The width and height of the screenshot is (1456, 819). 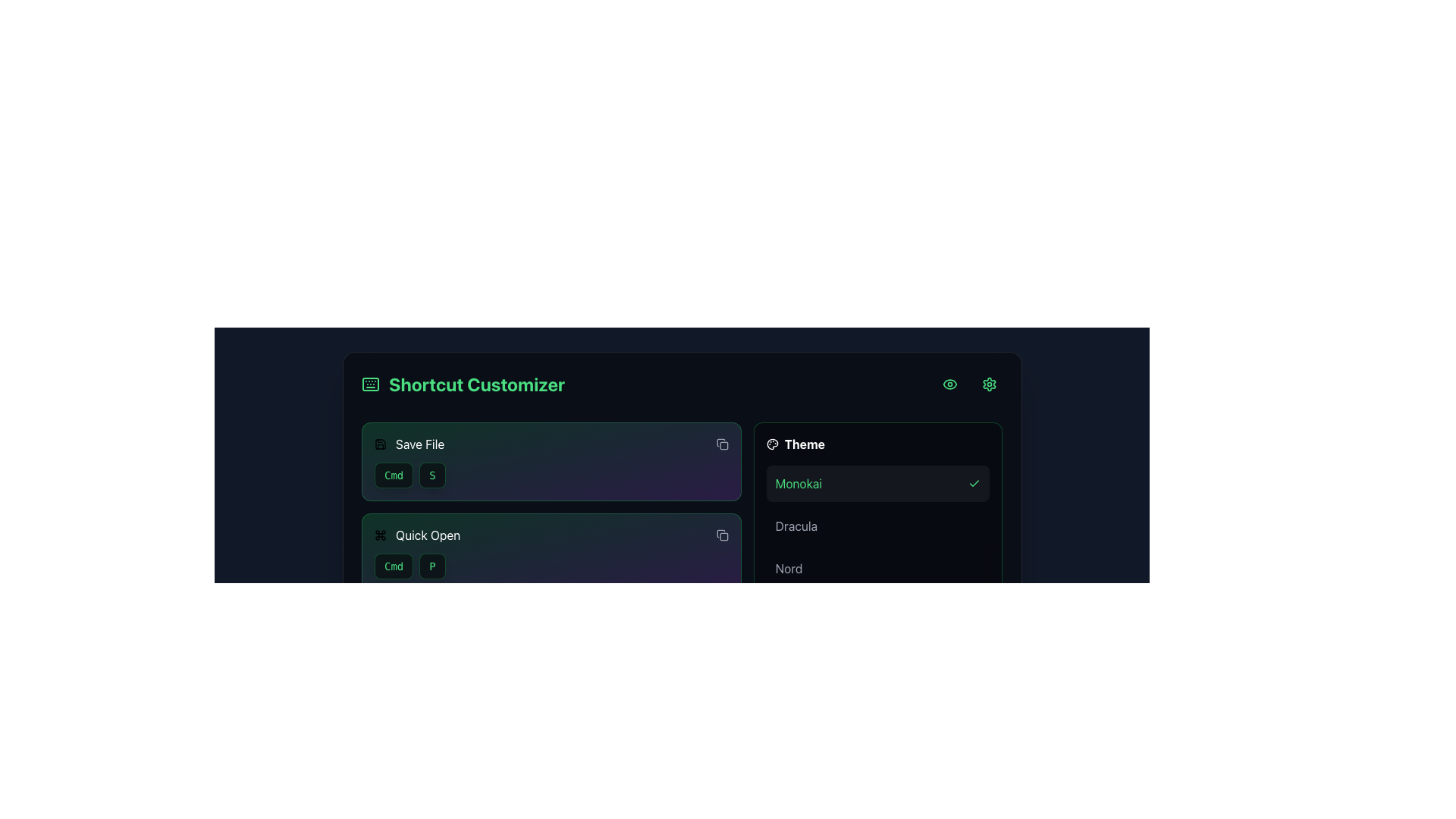 What do you see at coordinates (417, 534) in the screenshot?
I see `the 'Quick Open' label with the command icon to associate it with its paired shortcut button` at bounding box center [417, 534].